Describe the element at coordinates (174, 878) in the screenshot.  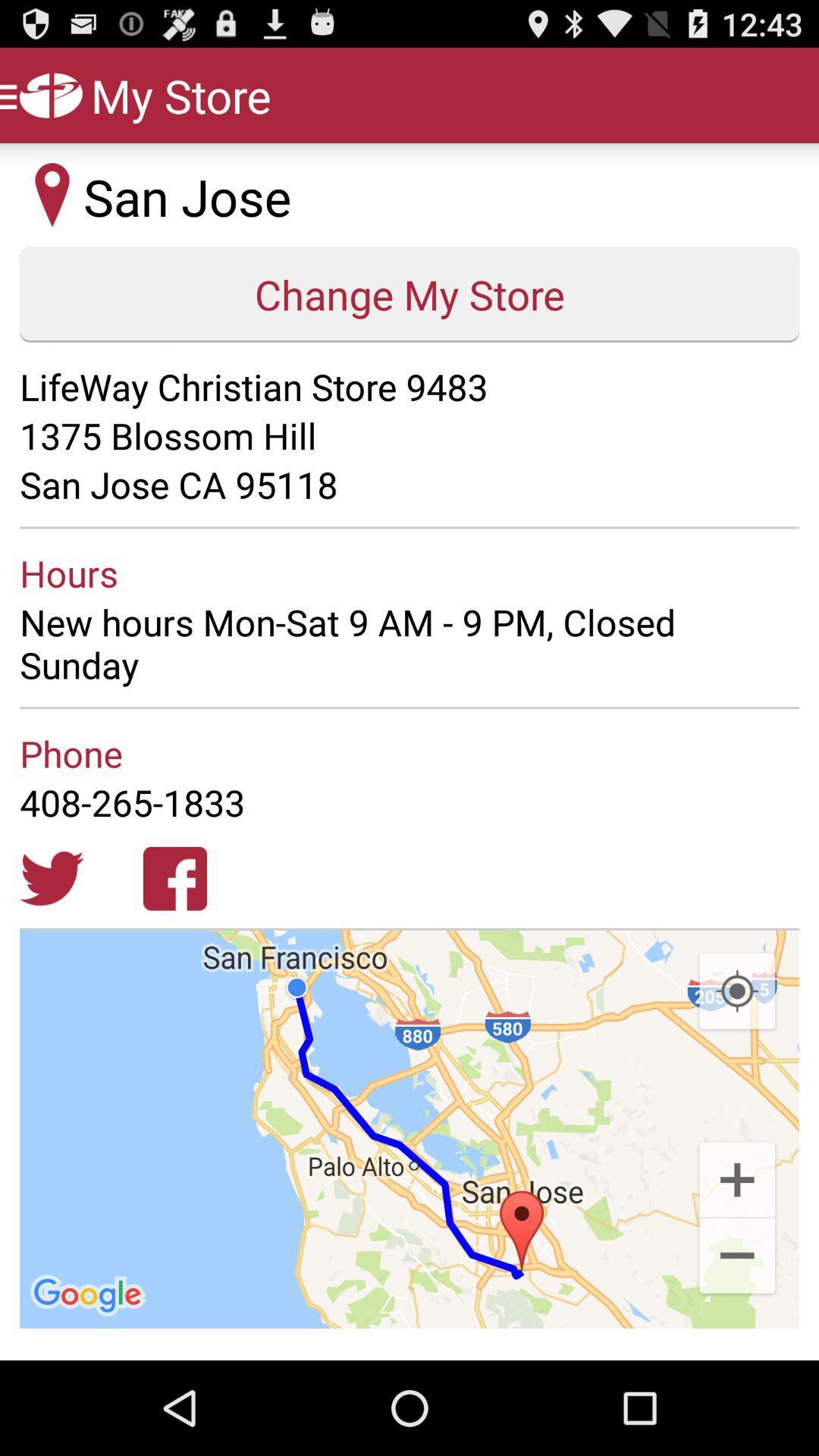
I see `facebook` at that location.